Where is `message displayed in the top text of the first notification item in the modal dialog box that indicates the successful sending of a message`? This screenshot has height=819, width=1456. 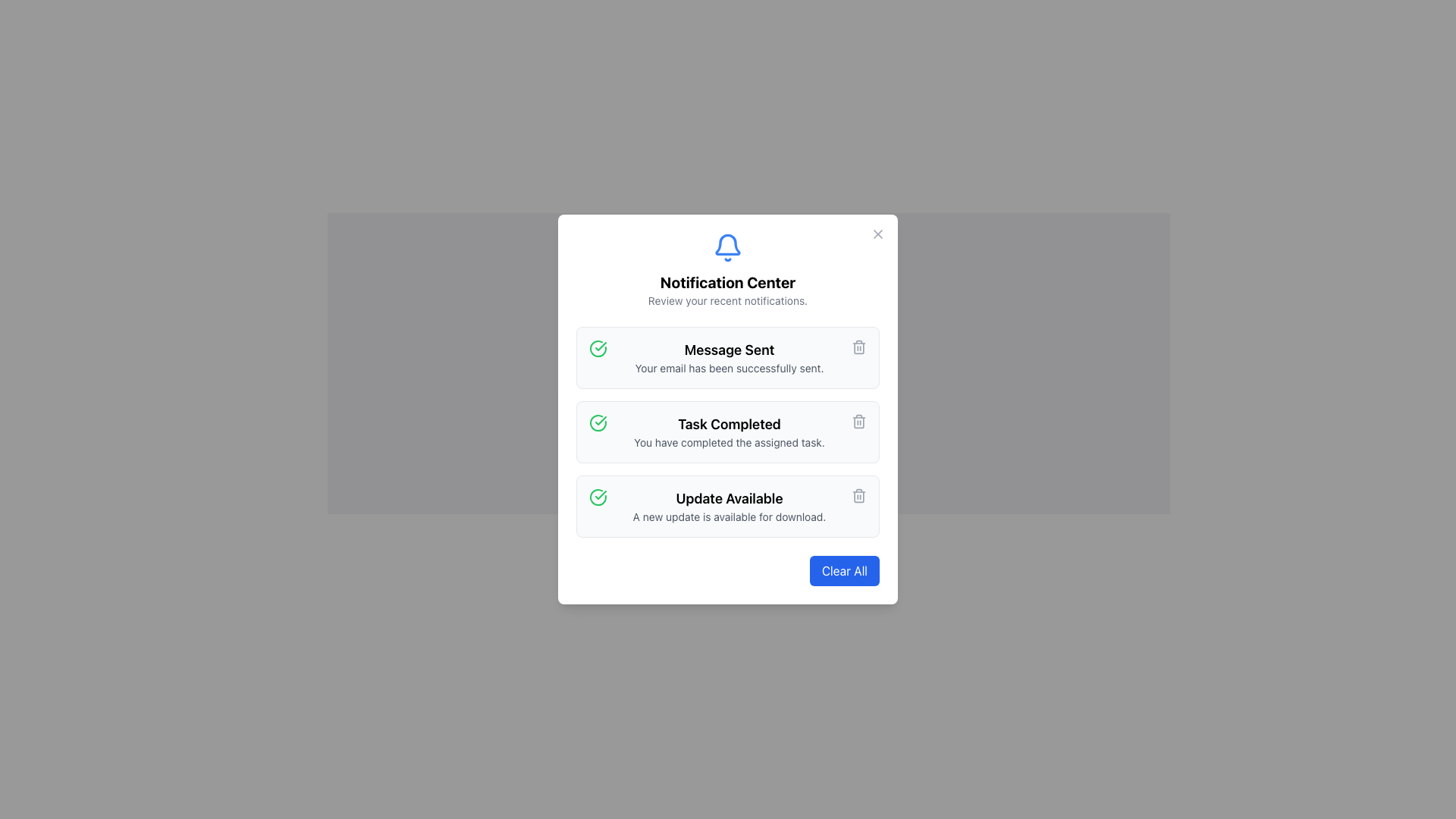 message displayed in the top text of the first notification item in the modal dialog box that indicates the successful sending of a message is located at coordinates (729, 350).